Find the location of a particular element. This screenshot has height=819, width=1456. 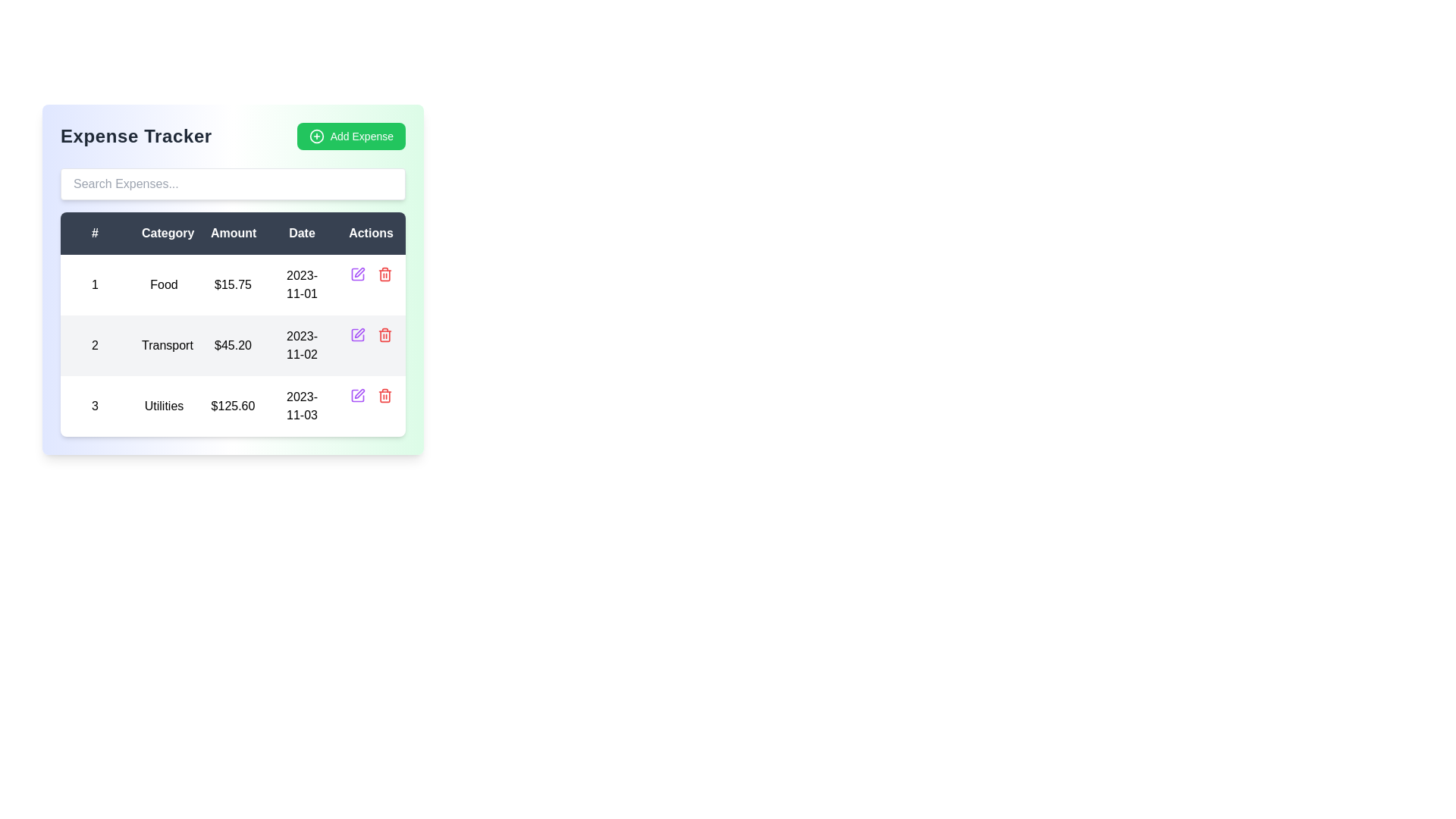

the Text label displaying 'Food' in the second column of the first row within the expense tracker table is located at coordinates (164, 284).